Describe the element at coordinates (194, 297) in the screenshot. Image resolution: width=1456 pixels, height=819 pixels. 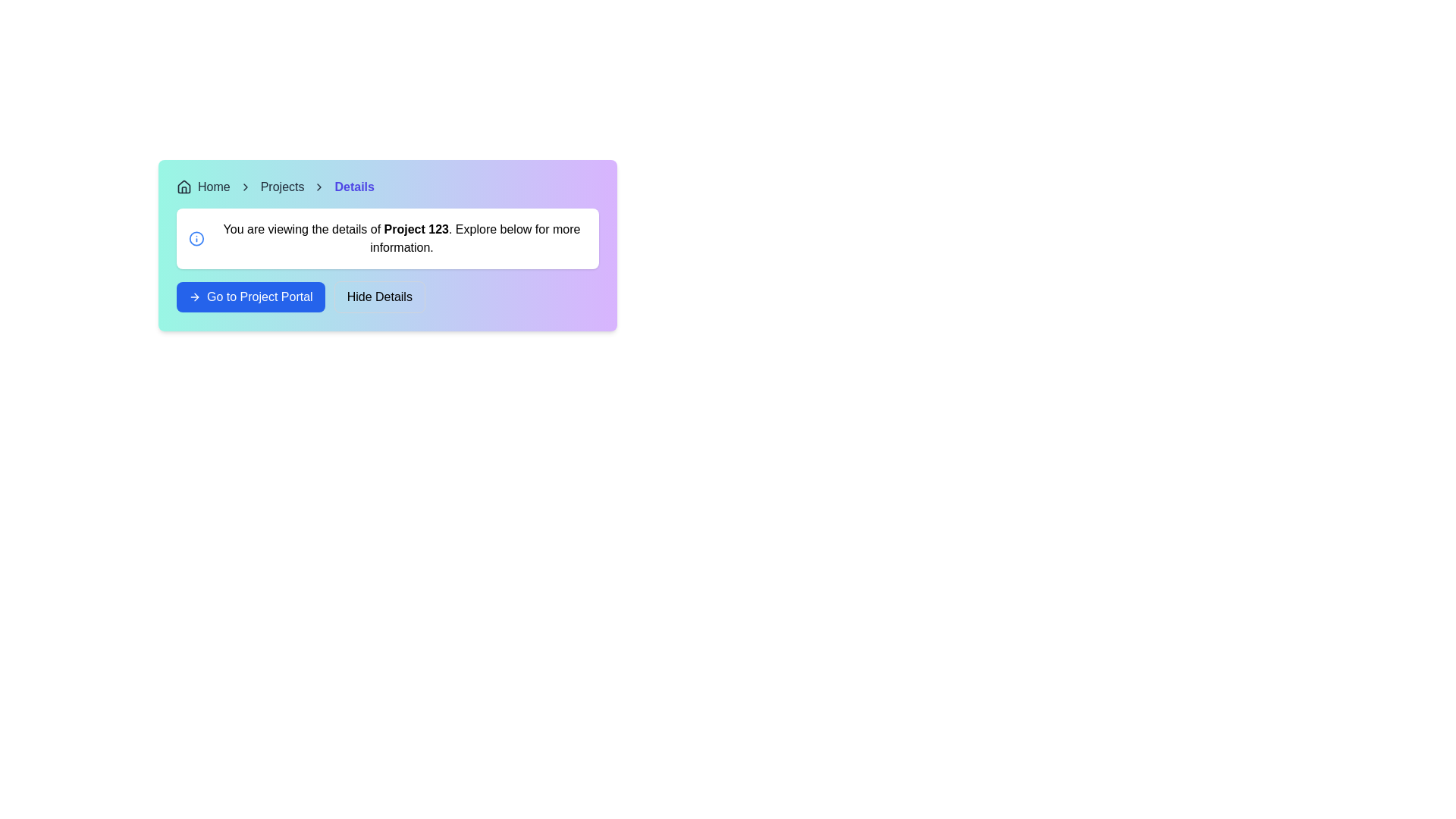
I see `the SVG-based icon within the 'Go to Project Portal' button located in the lower-left section of the interface` at that location.